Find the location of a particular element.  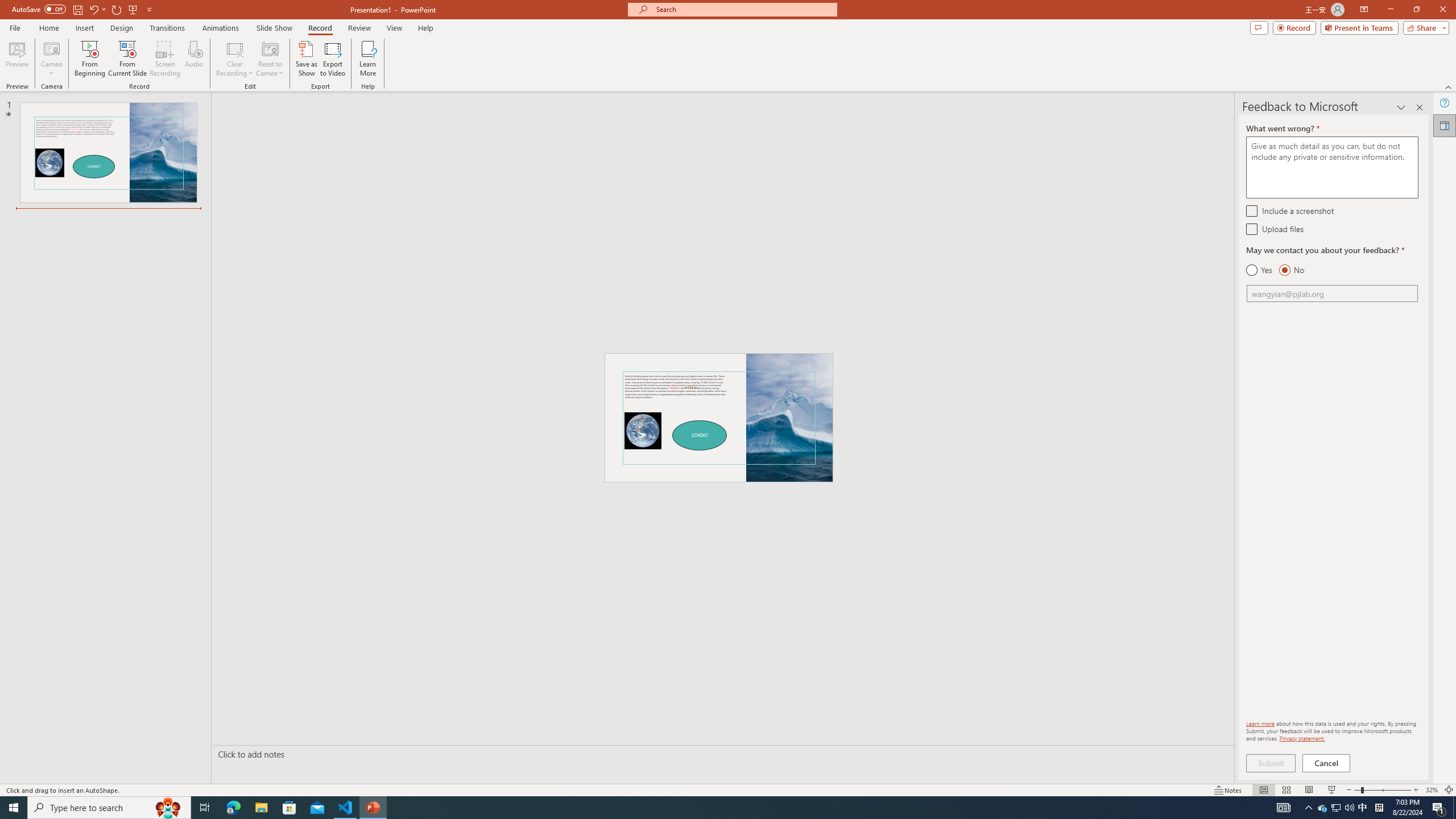

'Clear Recording' is located at coordinates (234, 59).